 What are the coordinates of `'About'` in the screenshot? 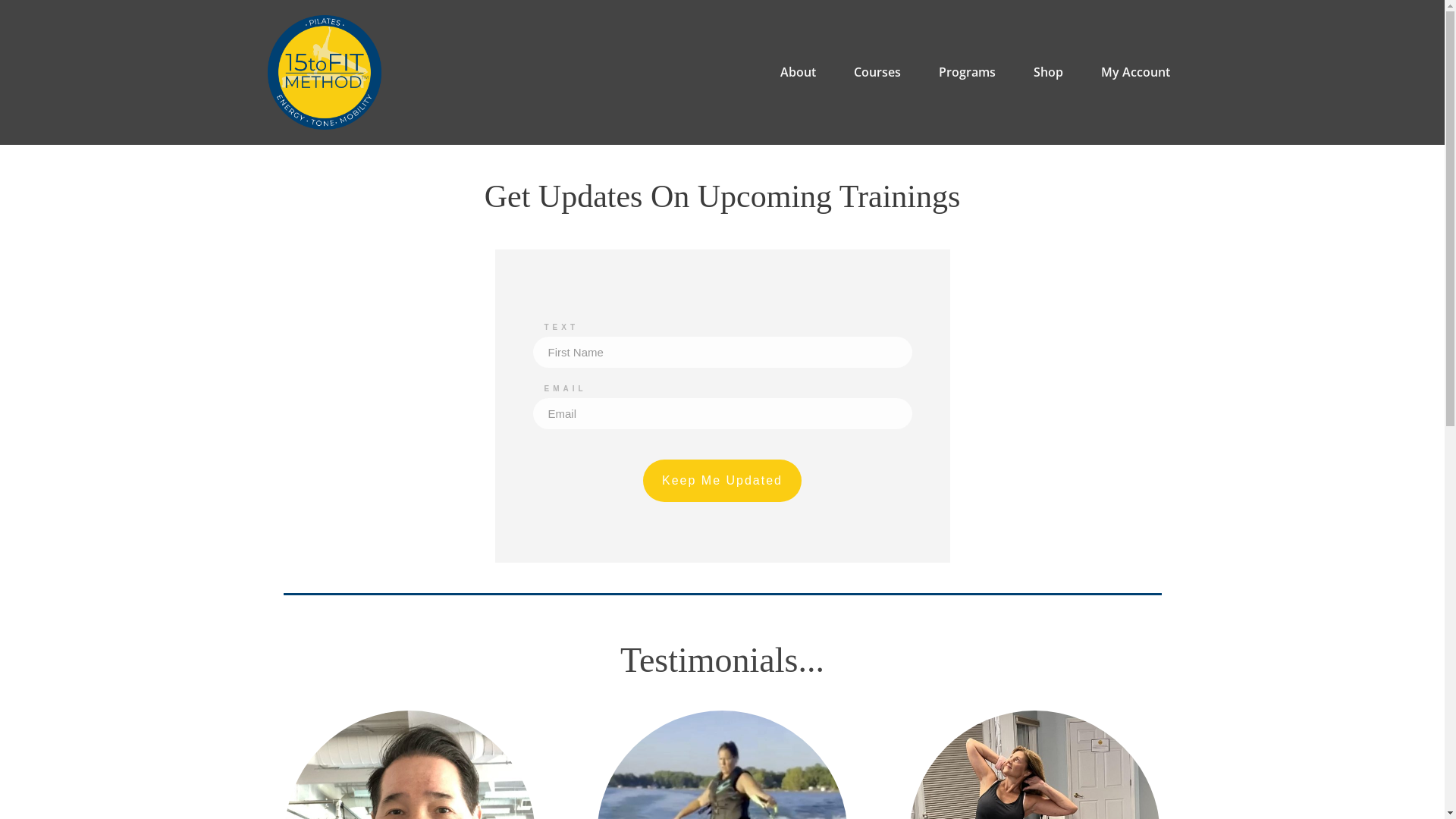 It's located at (796, 72).